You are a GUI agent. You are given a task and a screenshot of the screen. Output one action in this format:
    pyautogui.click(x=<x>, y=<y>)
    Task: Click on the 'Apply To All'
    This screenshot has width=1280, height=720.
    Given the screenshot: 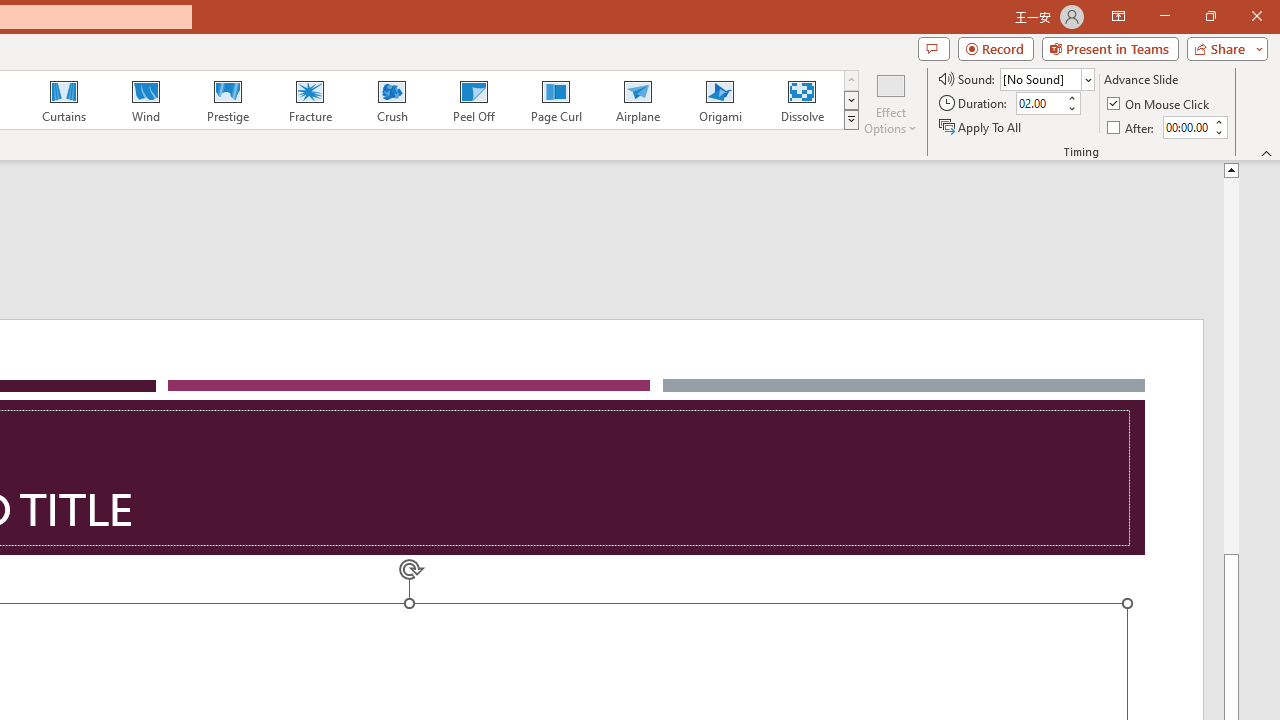 What is the action you would take?
    pyautogui.click(x=981, y=127)
    